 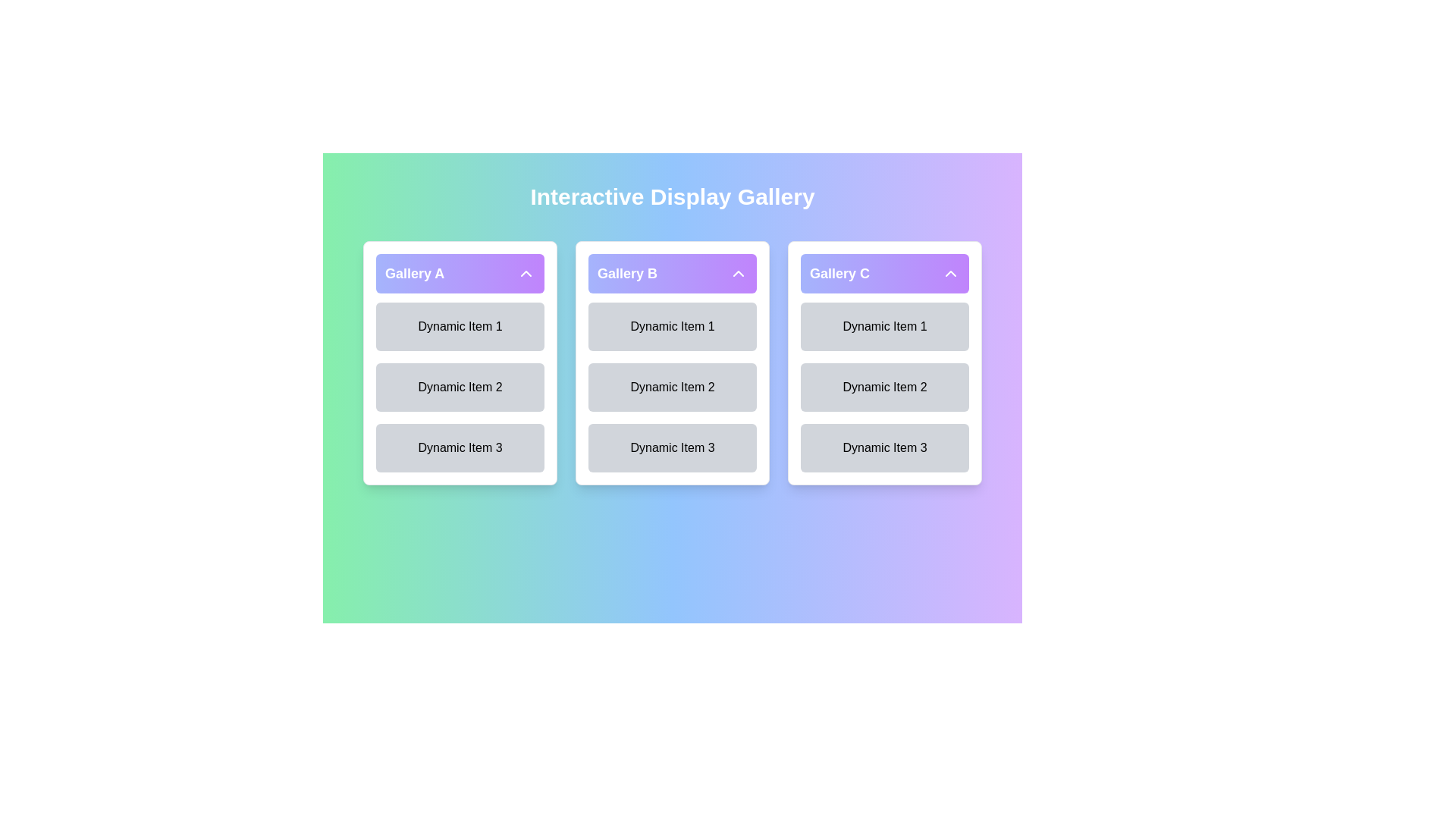 I want to click on the second block labeled 'Dynamic Item 2' within the 'Gallery A' card, which is part of a vertically stacked layout on the left side of the interface, so click(x=459, y=362).